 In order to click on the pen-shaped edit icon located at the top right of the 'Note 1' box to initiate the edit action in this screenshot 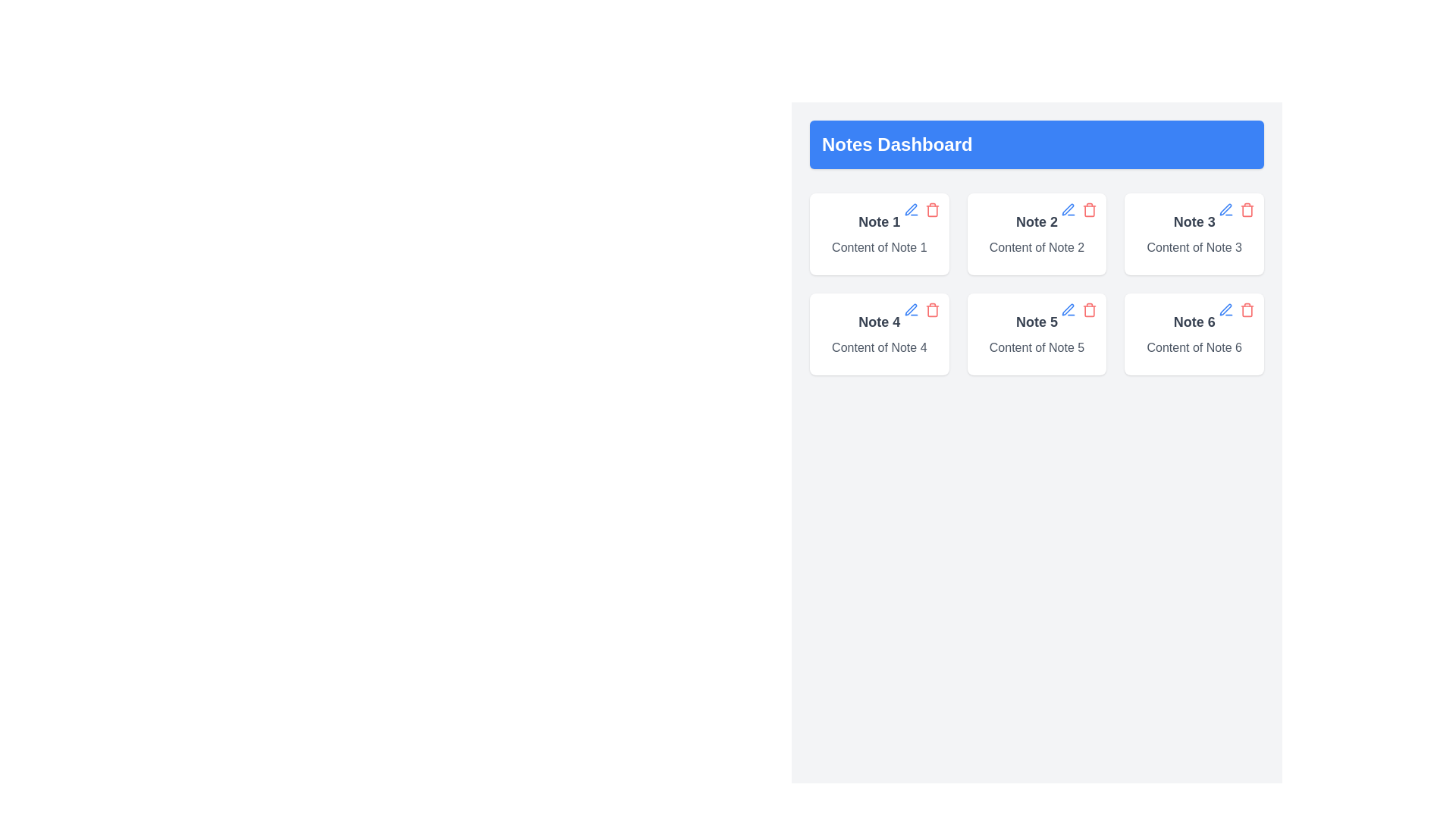, I will do `click(910, 210)`.